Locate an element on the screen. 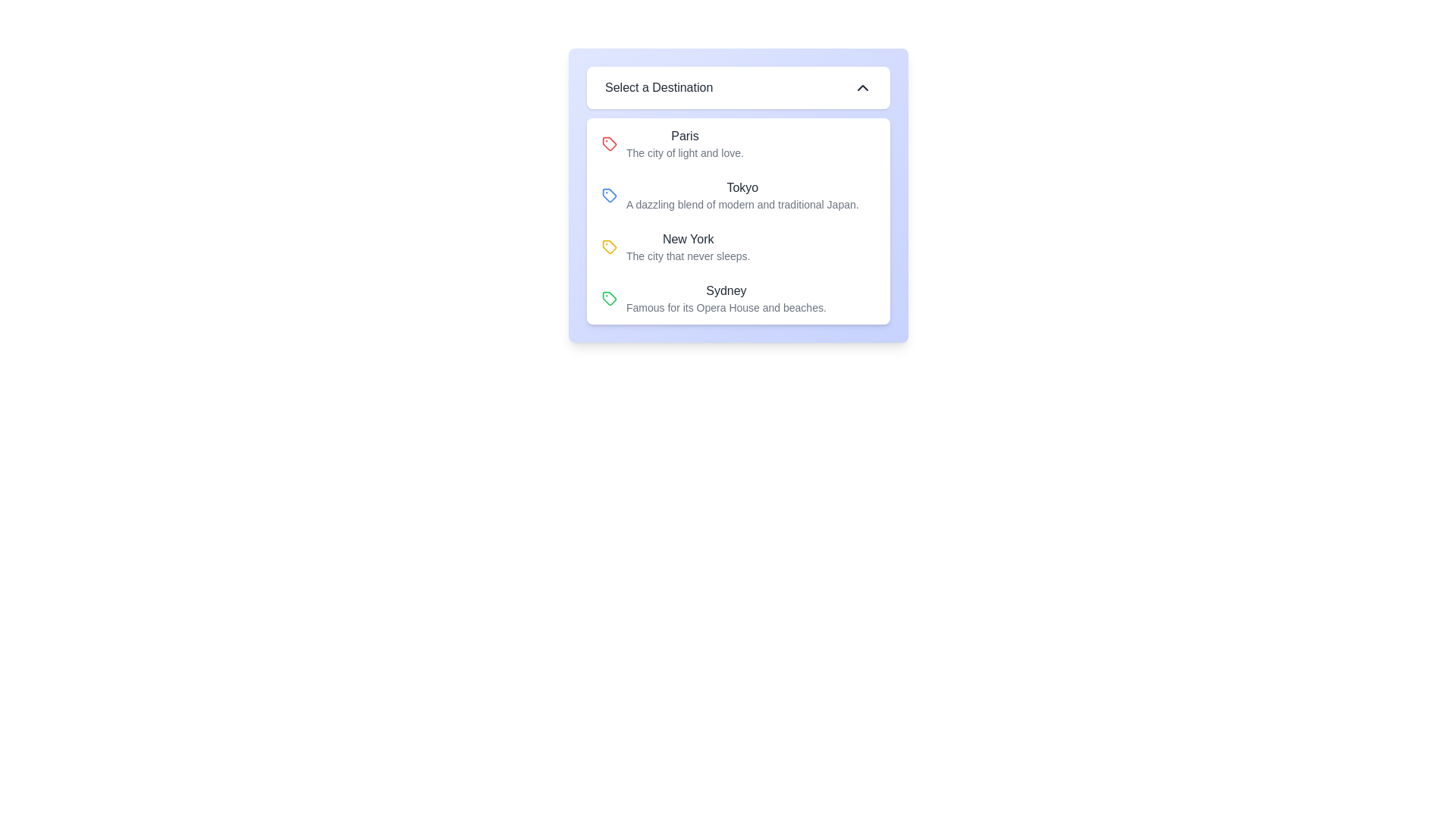 This screenshot has height=819, width=1456. the Dropdown trigger labeled 'Select a Destination' with a white background and rounded corners is located at coordinates (739, 87).